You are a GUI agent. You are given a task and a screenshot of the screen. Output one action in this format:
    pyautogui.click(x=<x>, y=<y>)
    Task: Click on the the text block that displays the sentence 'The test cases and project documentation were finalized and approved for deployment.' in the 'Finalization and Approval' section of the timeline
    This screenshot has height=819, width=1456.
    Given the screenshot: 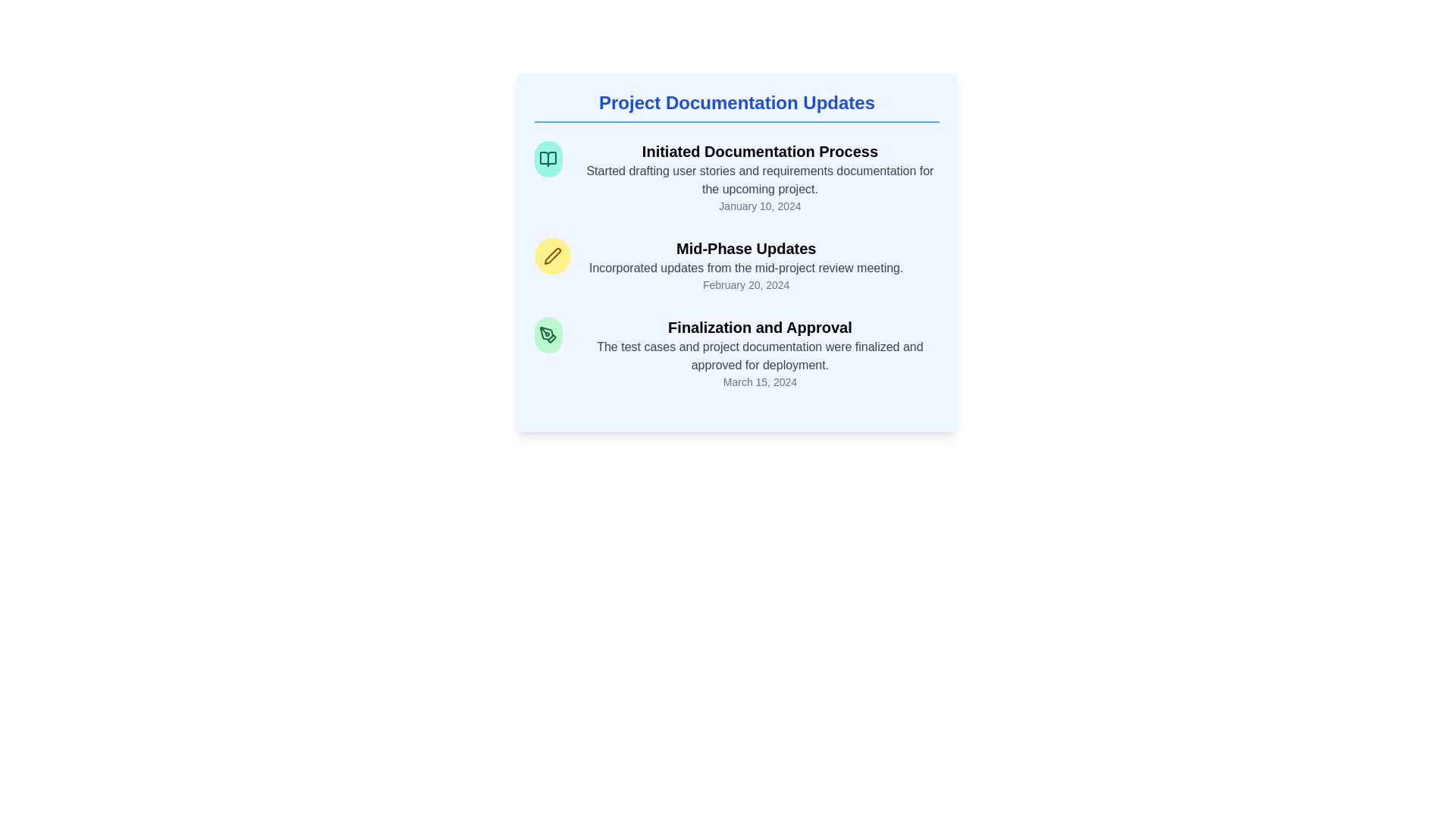 What is the action you would take?
    pyautogui.click(x=760, y=356)
    